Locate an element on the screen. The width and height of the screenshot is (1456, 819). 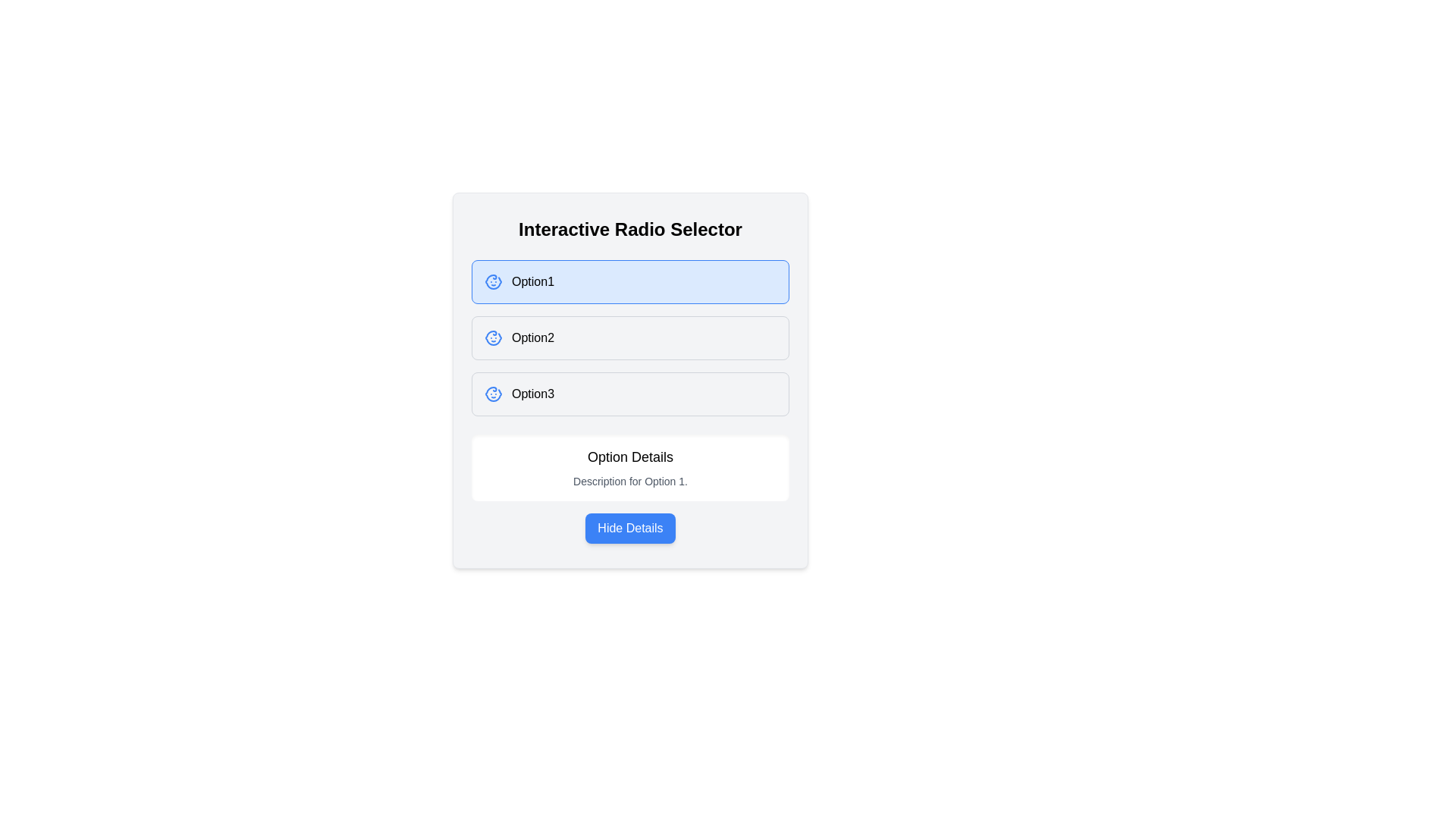
the second radio button labeled 'Option2' with a blue smiling baby face icon and select it using keyboard navigation is located at coordinates (630, 337).